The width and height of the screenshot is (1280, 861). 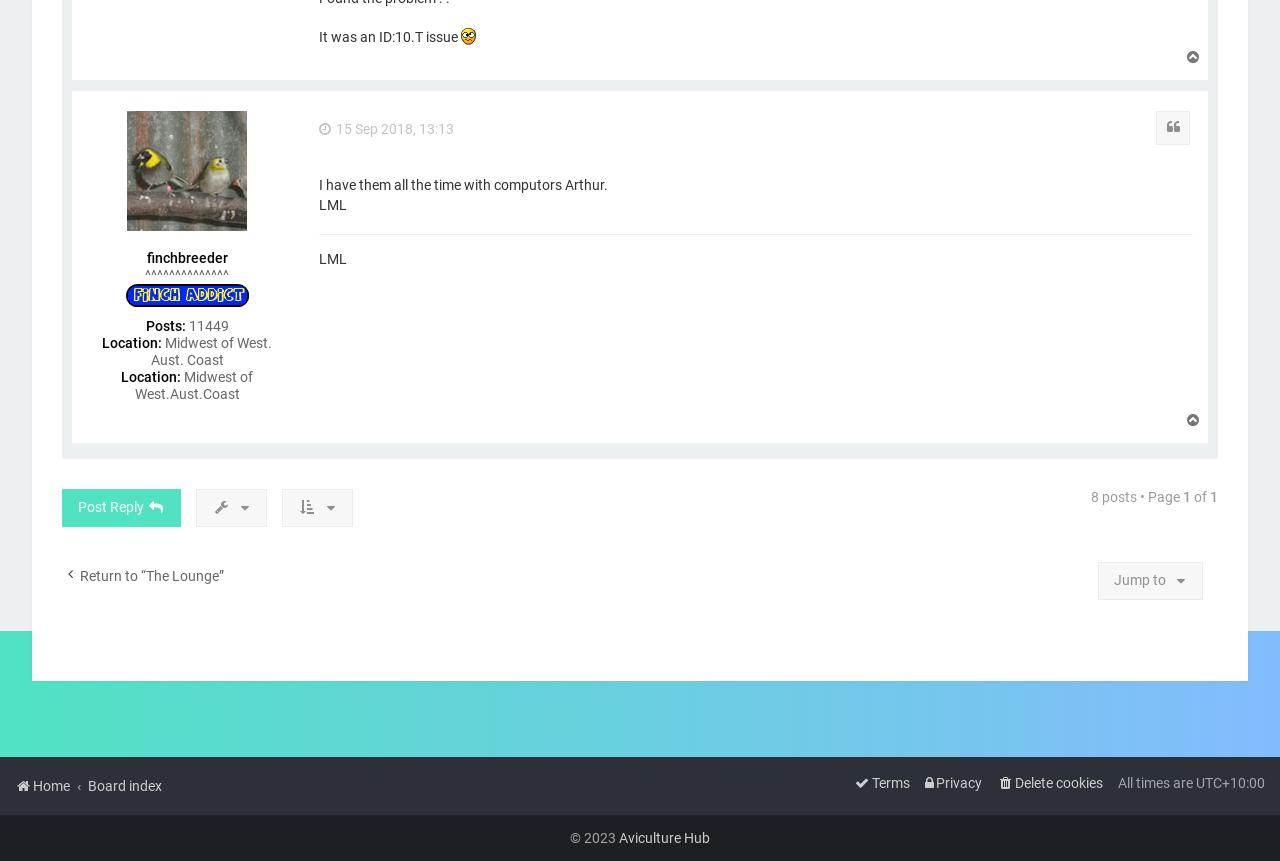 I want to click on 'Midwest of West. Aust. Coast', so click(x=210, y=350).